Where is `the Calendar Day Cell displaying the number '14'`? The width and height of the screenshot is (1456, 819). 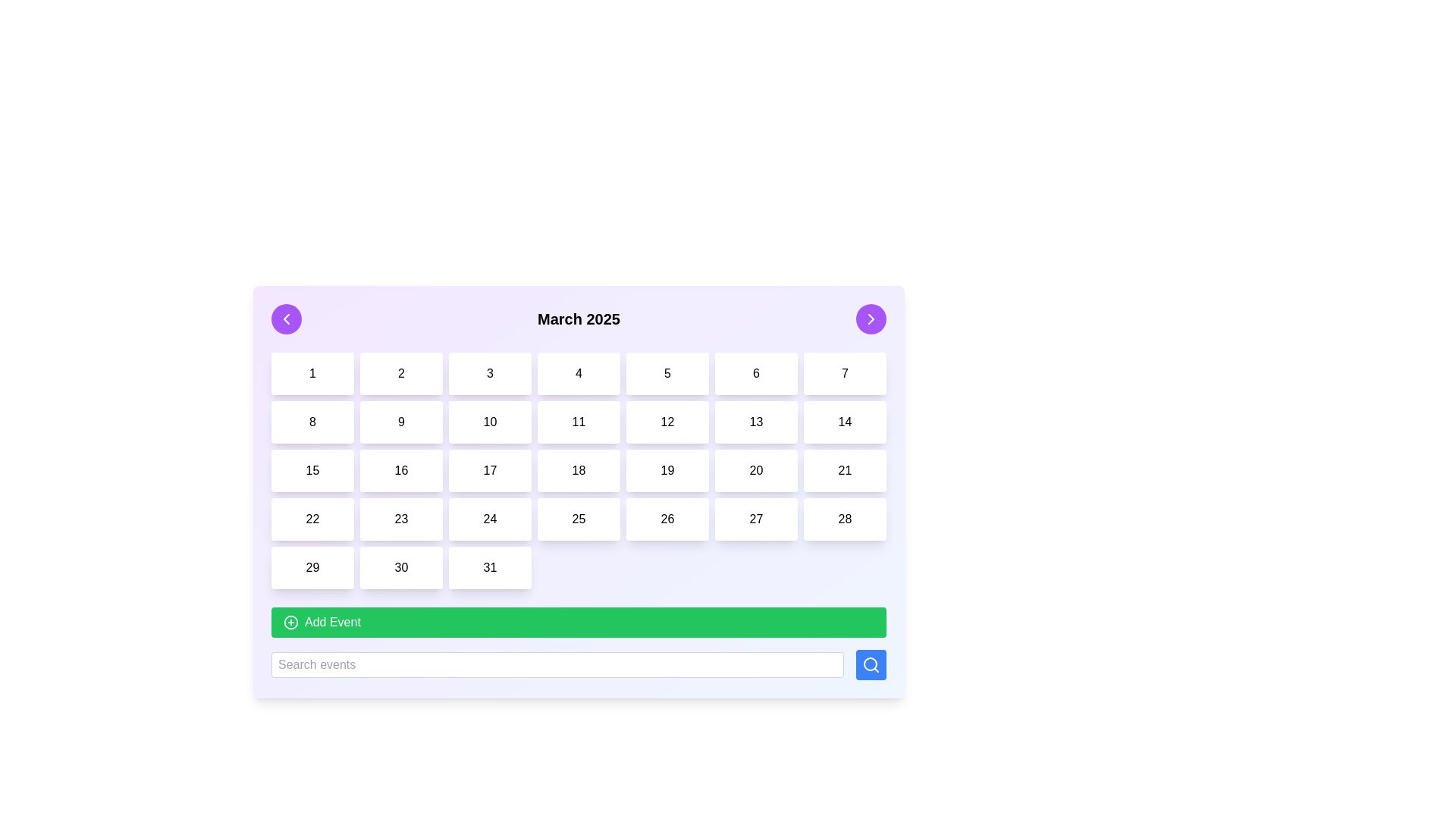
the Calendar Day Cell displaying the number '14' is located at coordinates (844, 422).